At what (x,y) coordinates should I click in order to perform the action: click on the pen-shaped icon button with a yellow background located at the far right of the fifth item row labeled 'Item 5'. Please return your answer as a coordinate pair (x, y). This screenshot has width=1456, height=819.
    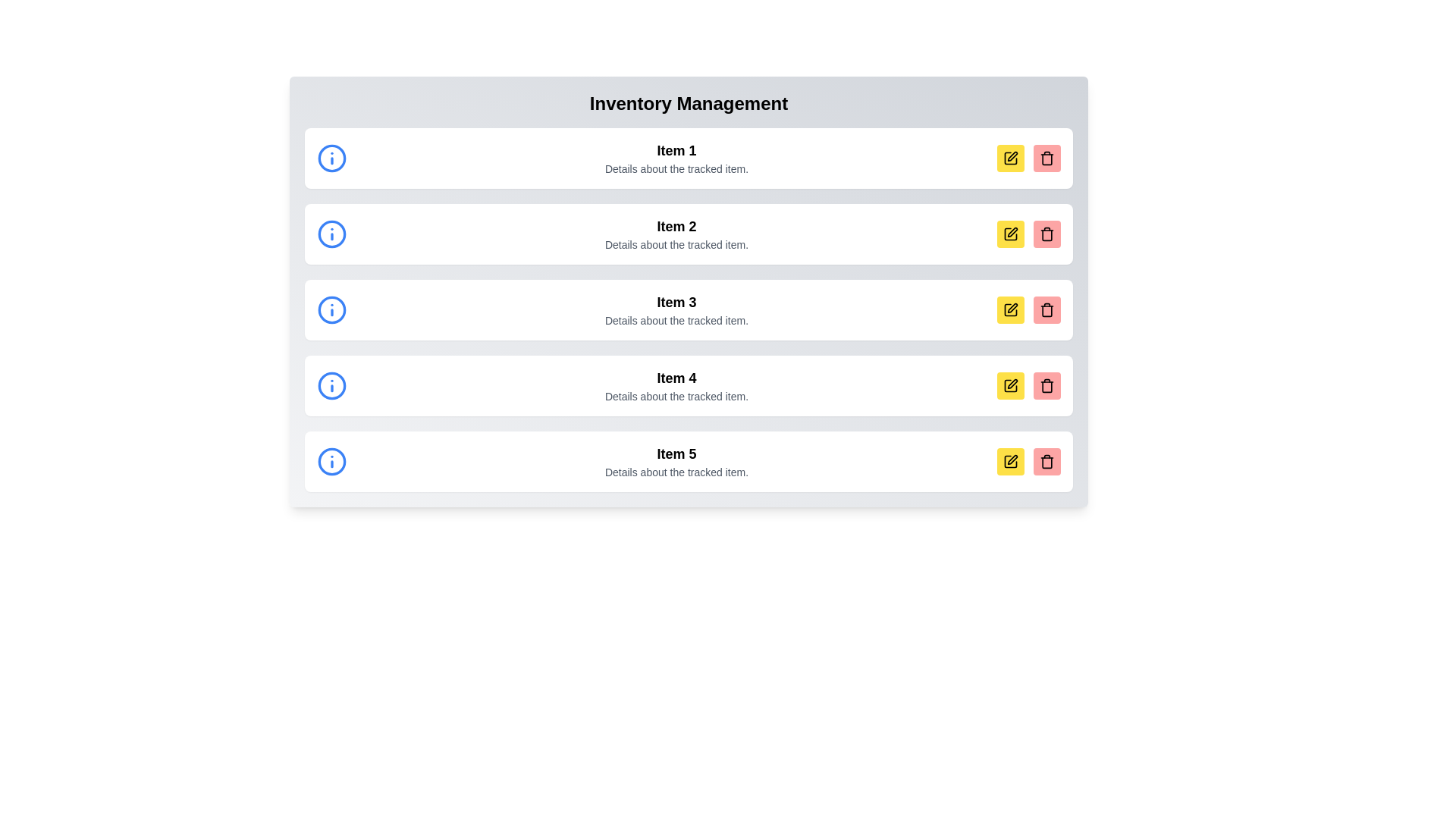
    Looking at the image, I should click on (1012, 459).